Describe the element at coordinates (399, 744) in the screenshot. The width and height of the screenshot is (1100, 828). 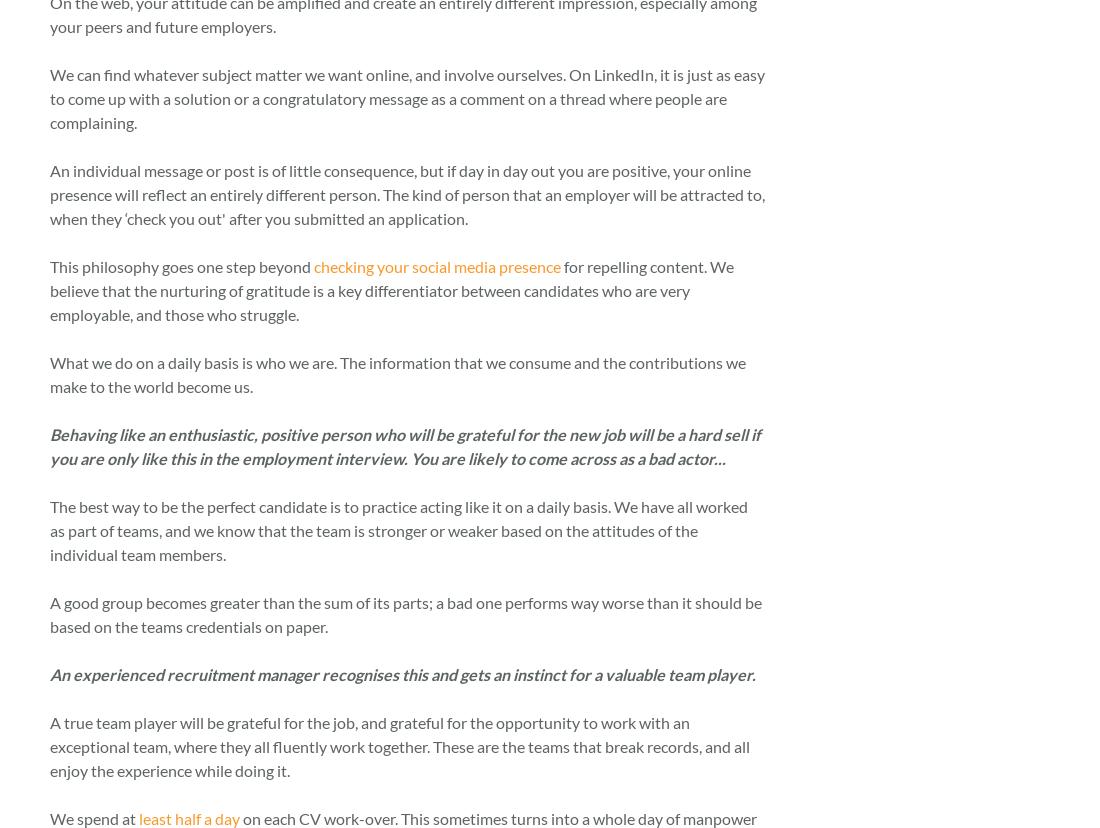
I see `'A true team player will be grateful for the job, and grateful for the opportunity to work with an exceptional team, where they all fluently work together. These are the teams that break records, and all enjoy the experience while doing it.'` at that location.